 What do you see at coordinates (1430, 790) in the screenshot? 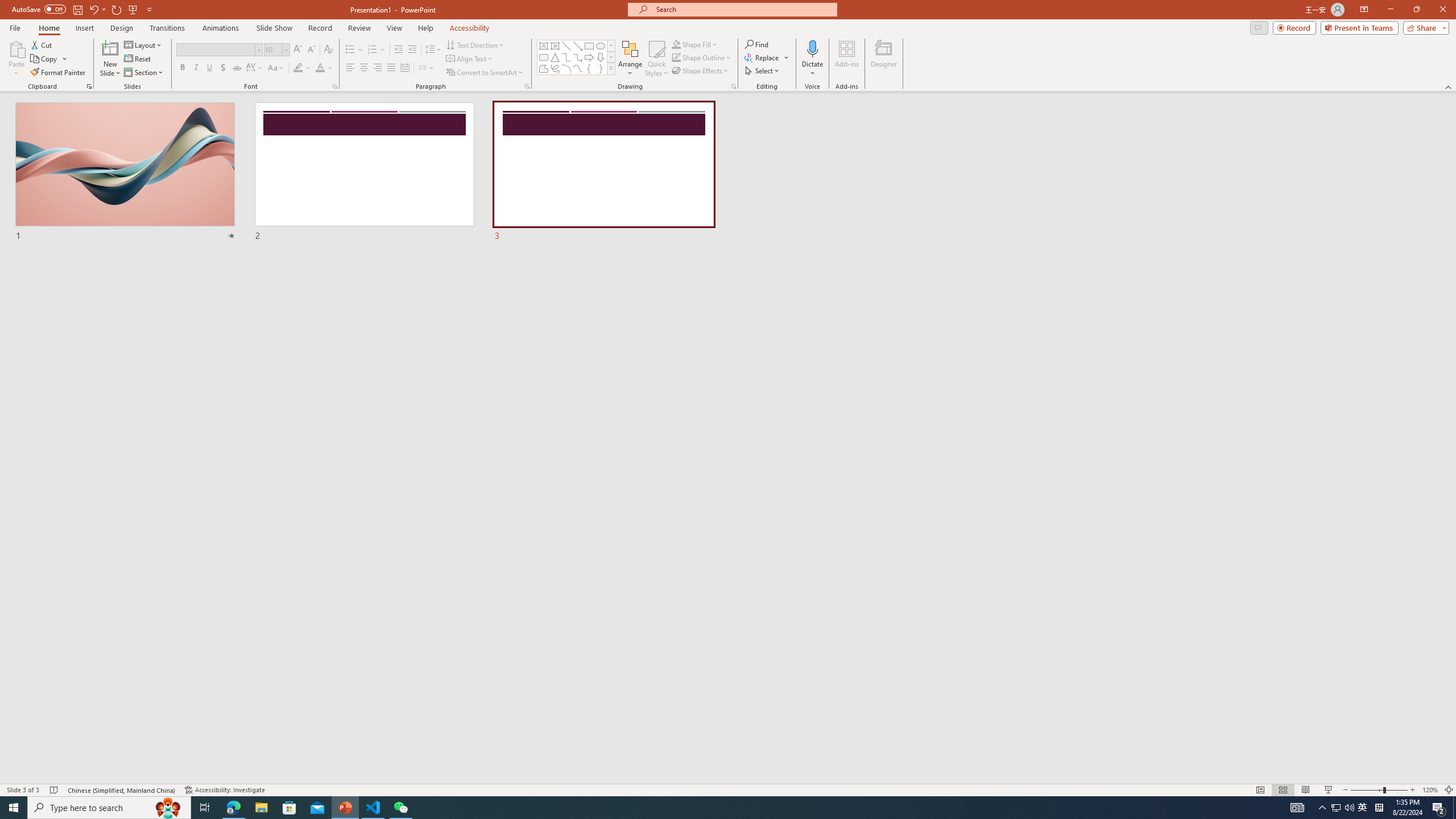
I see `'Zoom 120%'` at bounding box center [1430, 790].